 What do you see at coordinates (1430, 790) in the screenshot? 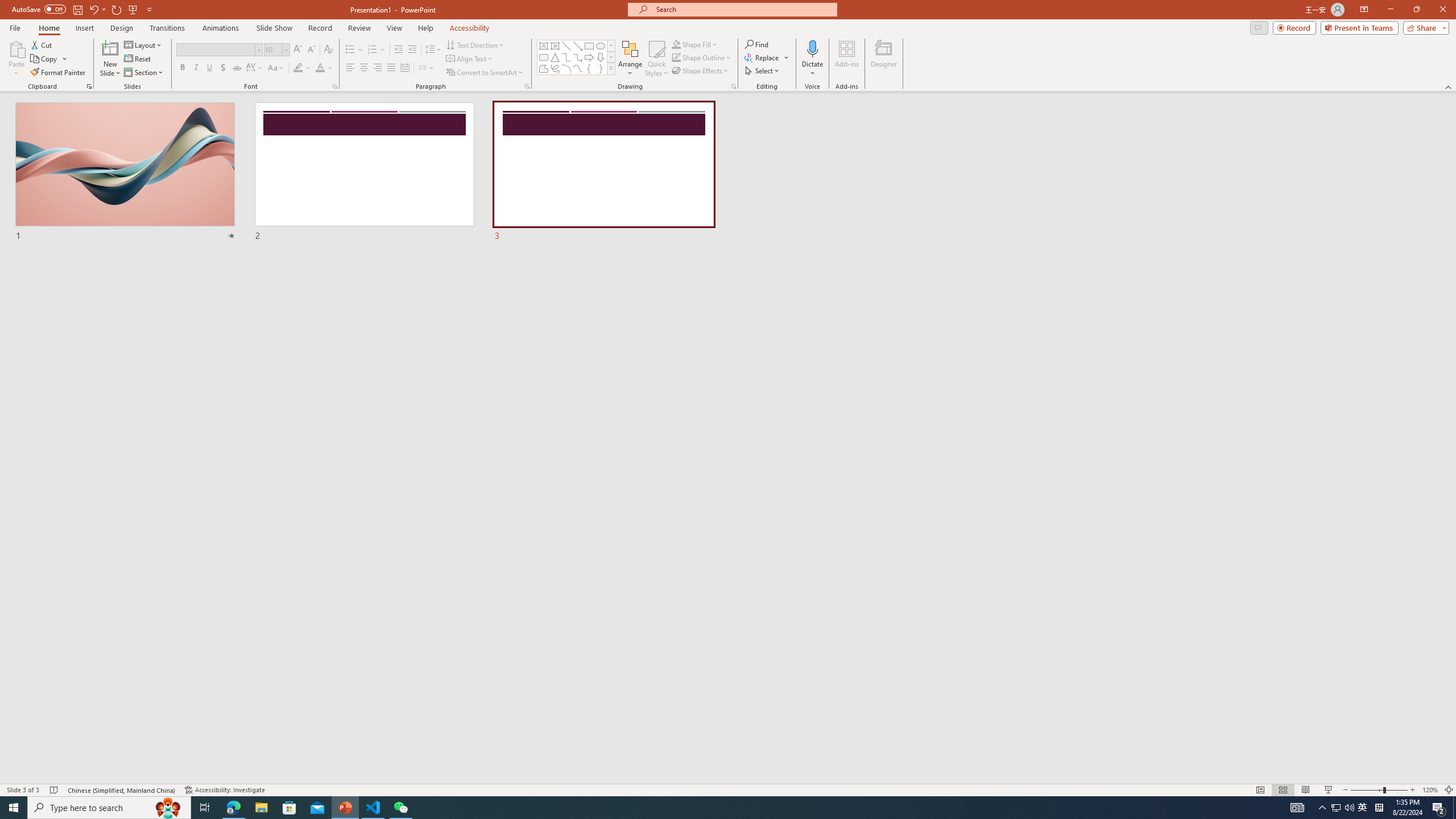
I see `'Zoom 120%'` at bounding box center [1430, 790].